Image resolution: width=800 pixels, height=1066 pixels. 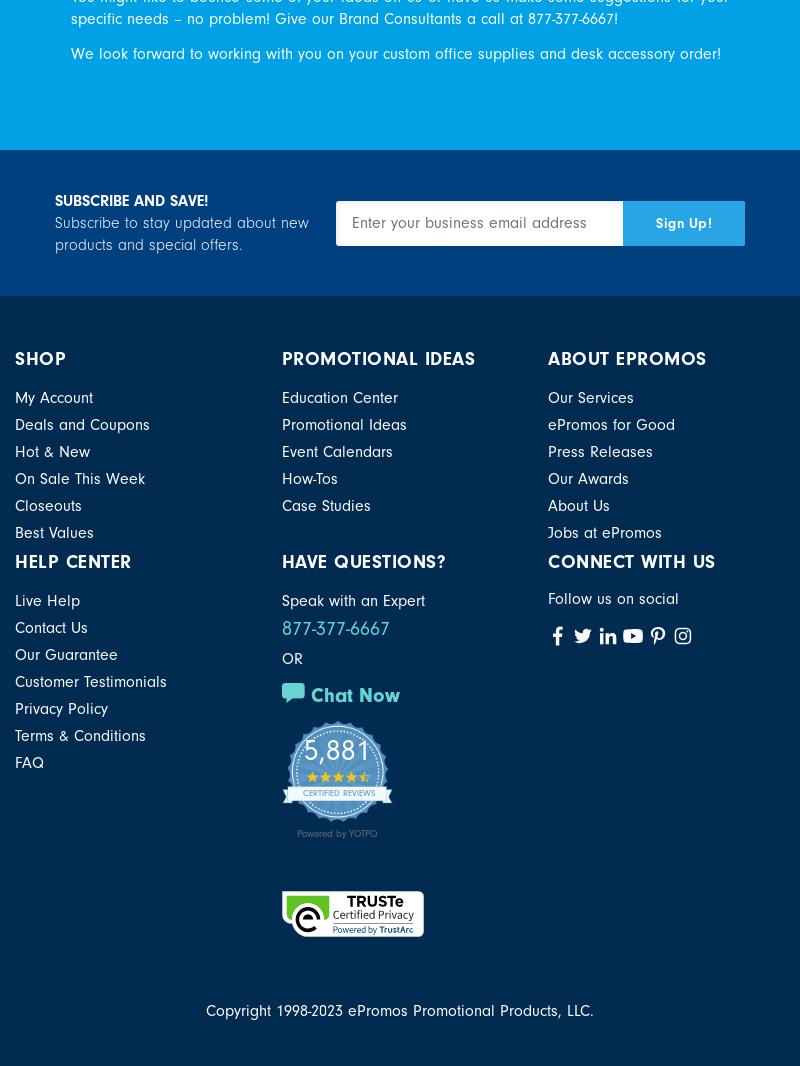 I want to click on 'Certified reviews', so click(x=338, y=791).